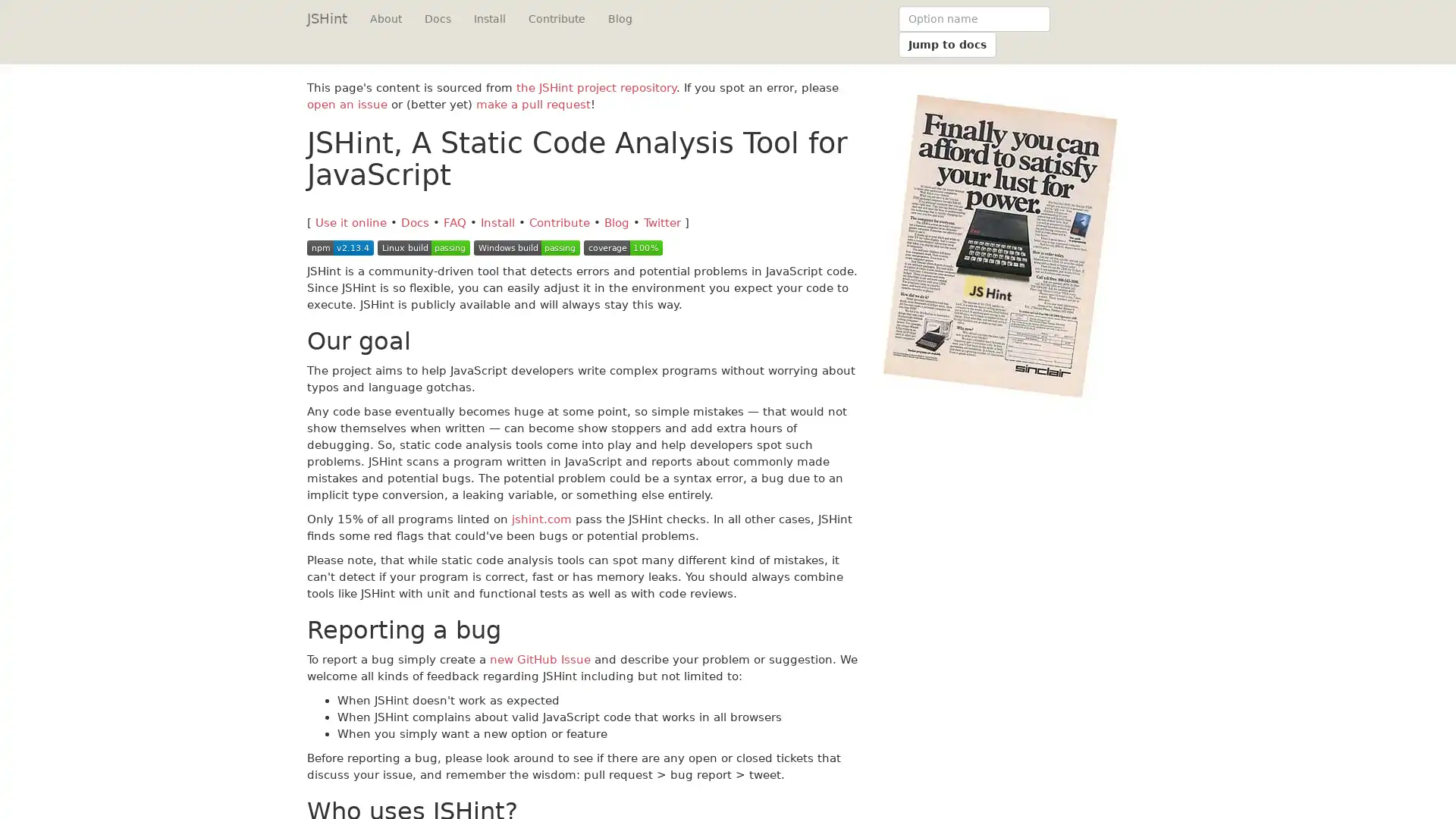  Describe the element at coordinates (946, 43) in the screenshot. I see `Jump to docs` at that location.